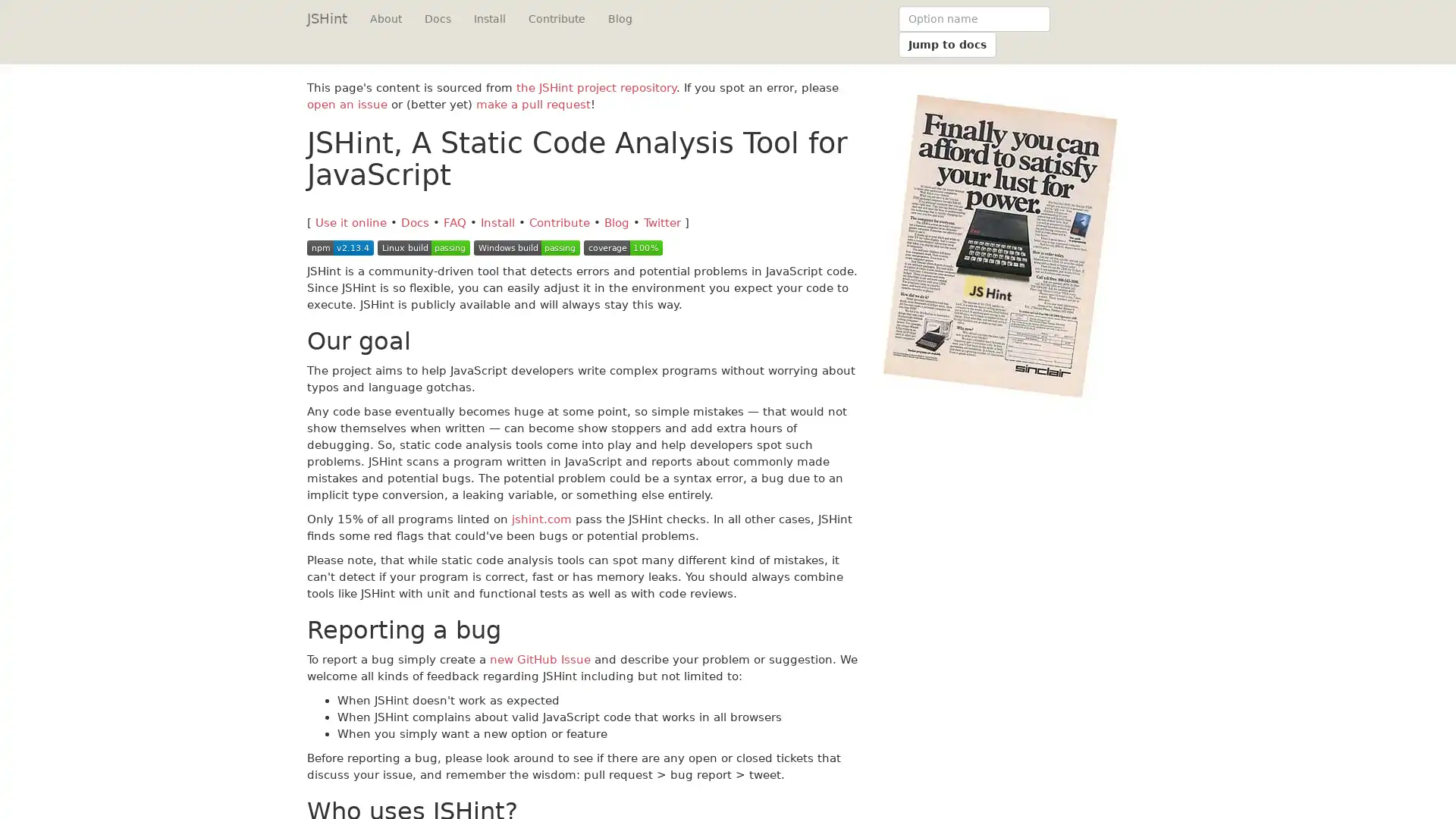  Describe the element at coordinates (946, 43) in the screenshot. I see `Jump to docs` at that location.